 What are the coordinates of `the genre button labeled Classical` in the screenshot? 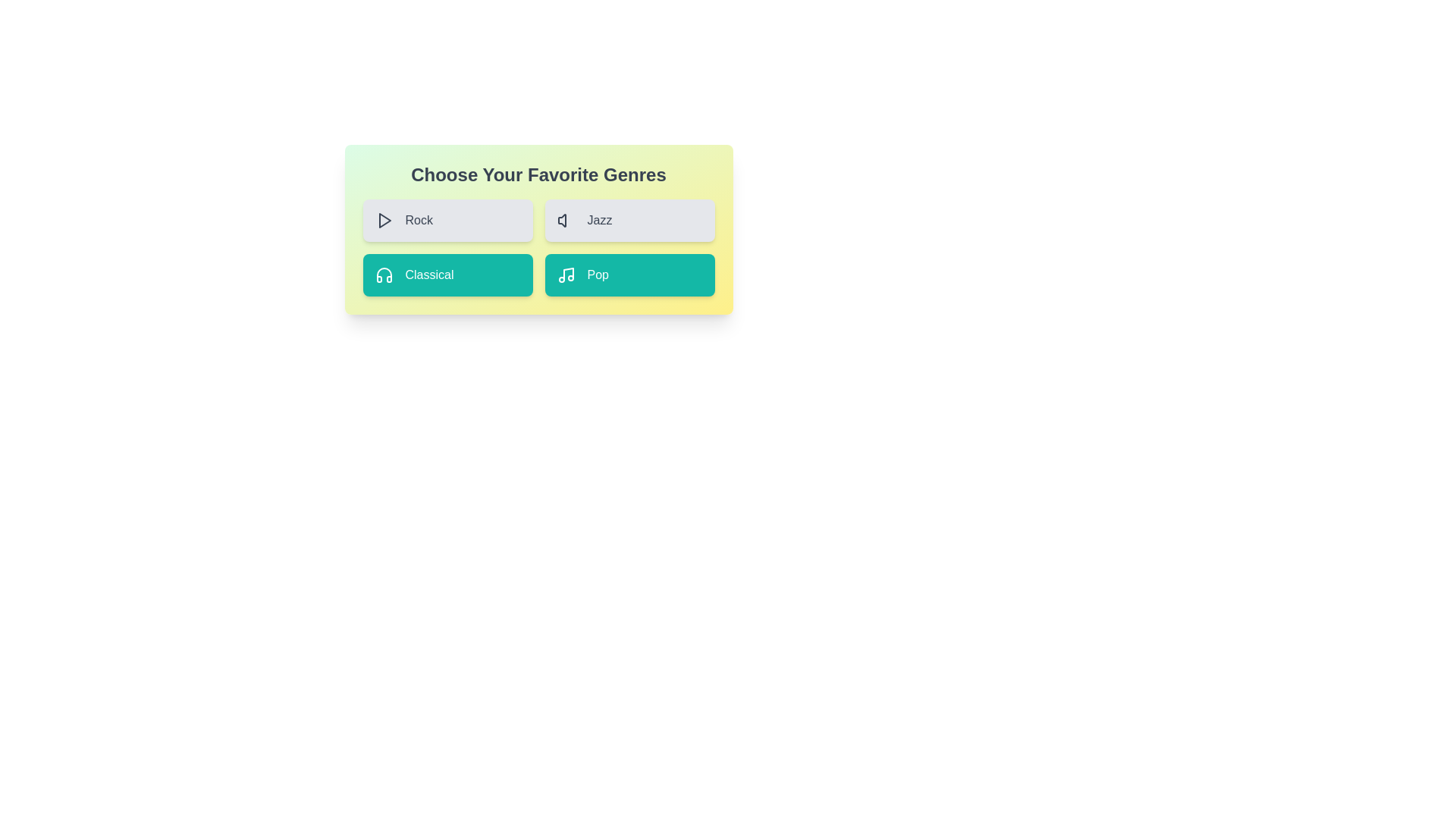 It's located at (447, 275).